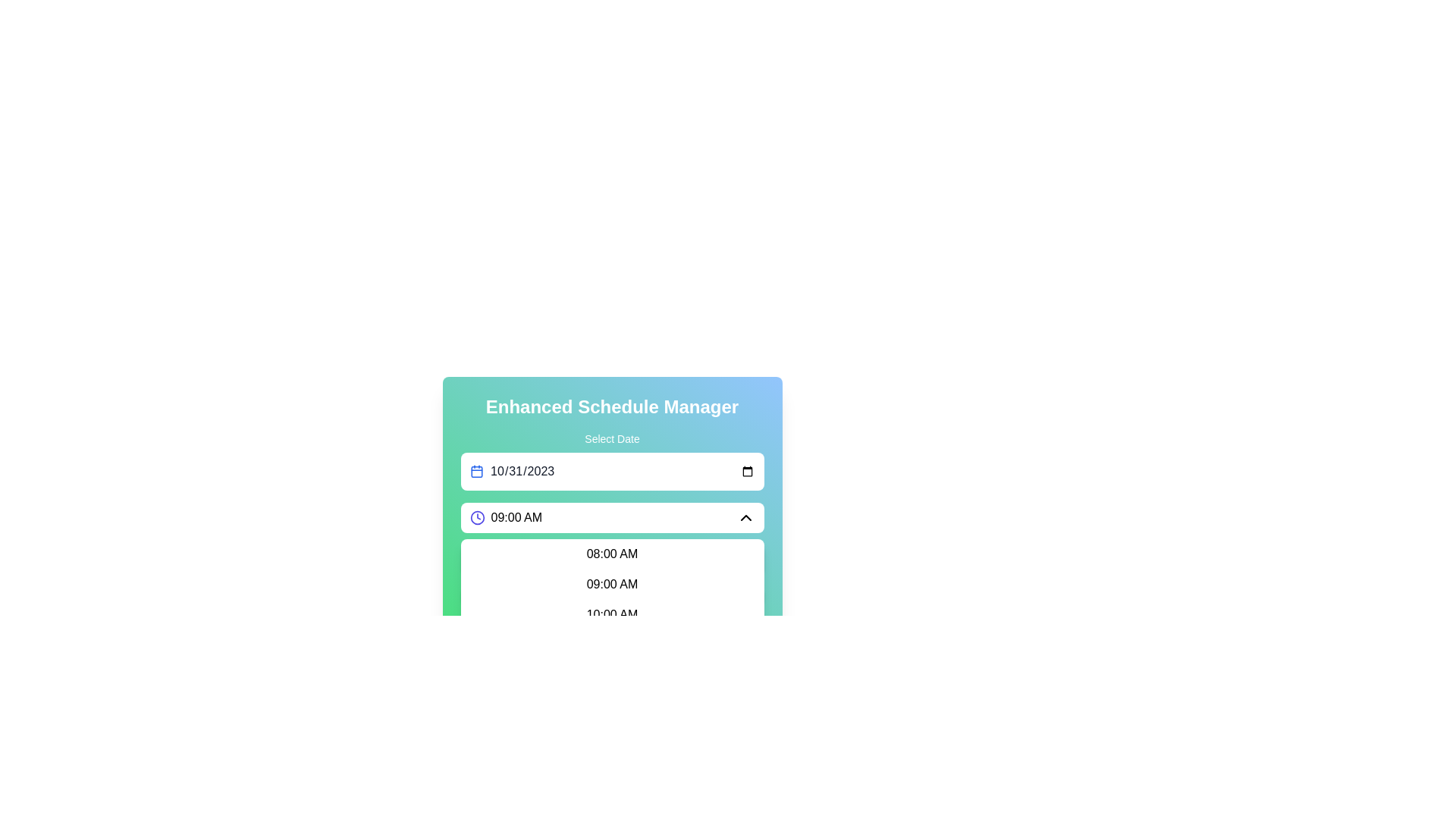  I want to click on the text label displaying 'Select Date', styled with small white font on a gradient background, located below the heading 'Enhanced Schedule Manager', so click(612, 438).